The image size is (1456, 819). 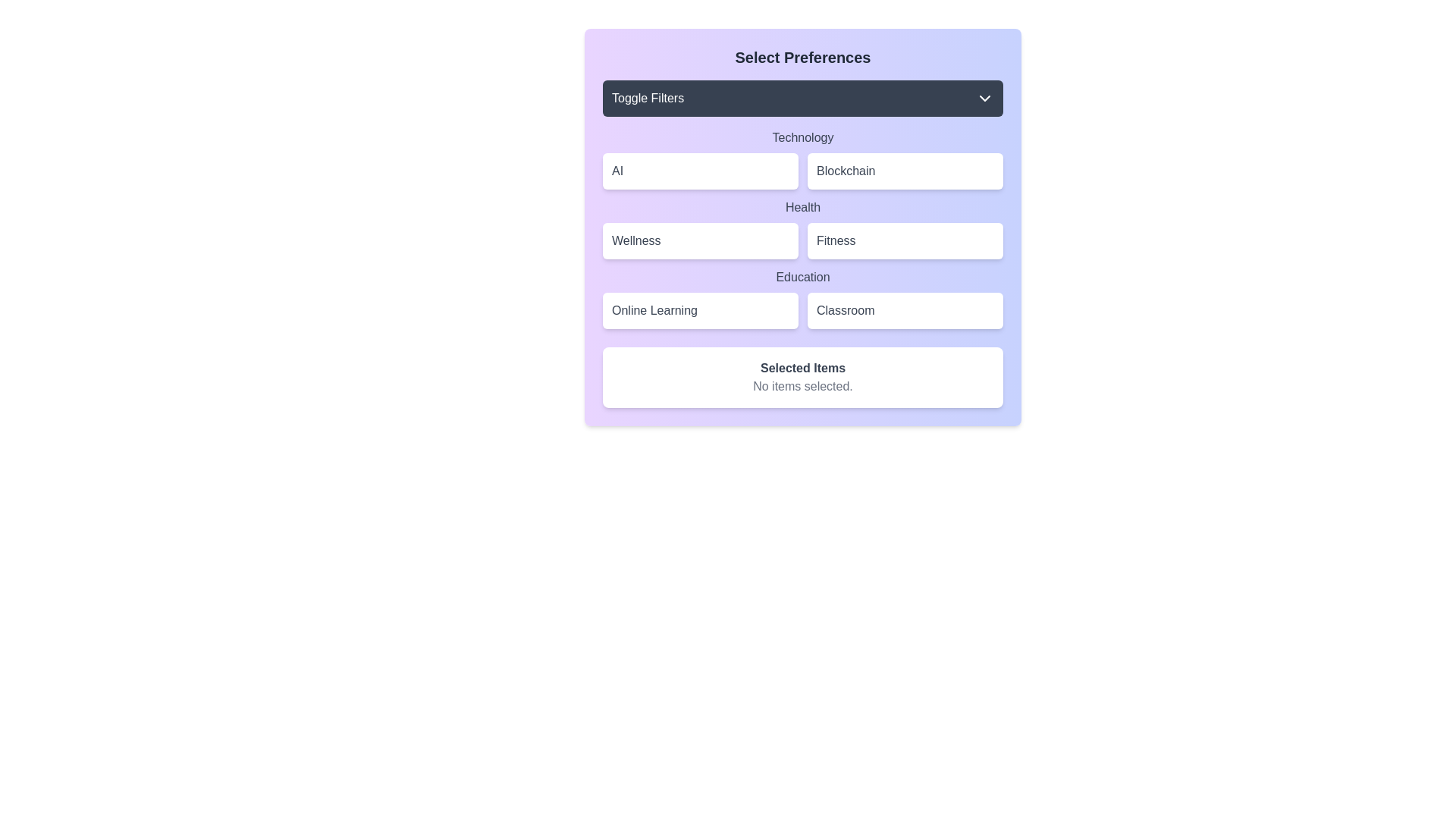 What do you see at coordinates (985, 99) in the screenshot?
I see `the downward-pointing chevron icon, which is white and located at the far-right corner of the 'Toggle Filters' section in the preference selection modal` at bounding box center [985, 99].